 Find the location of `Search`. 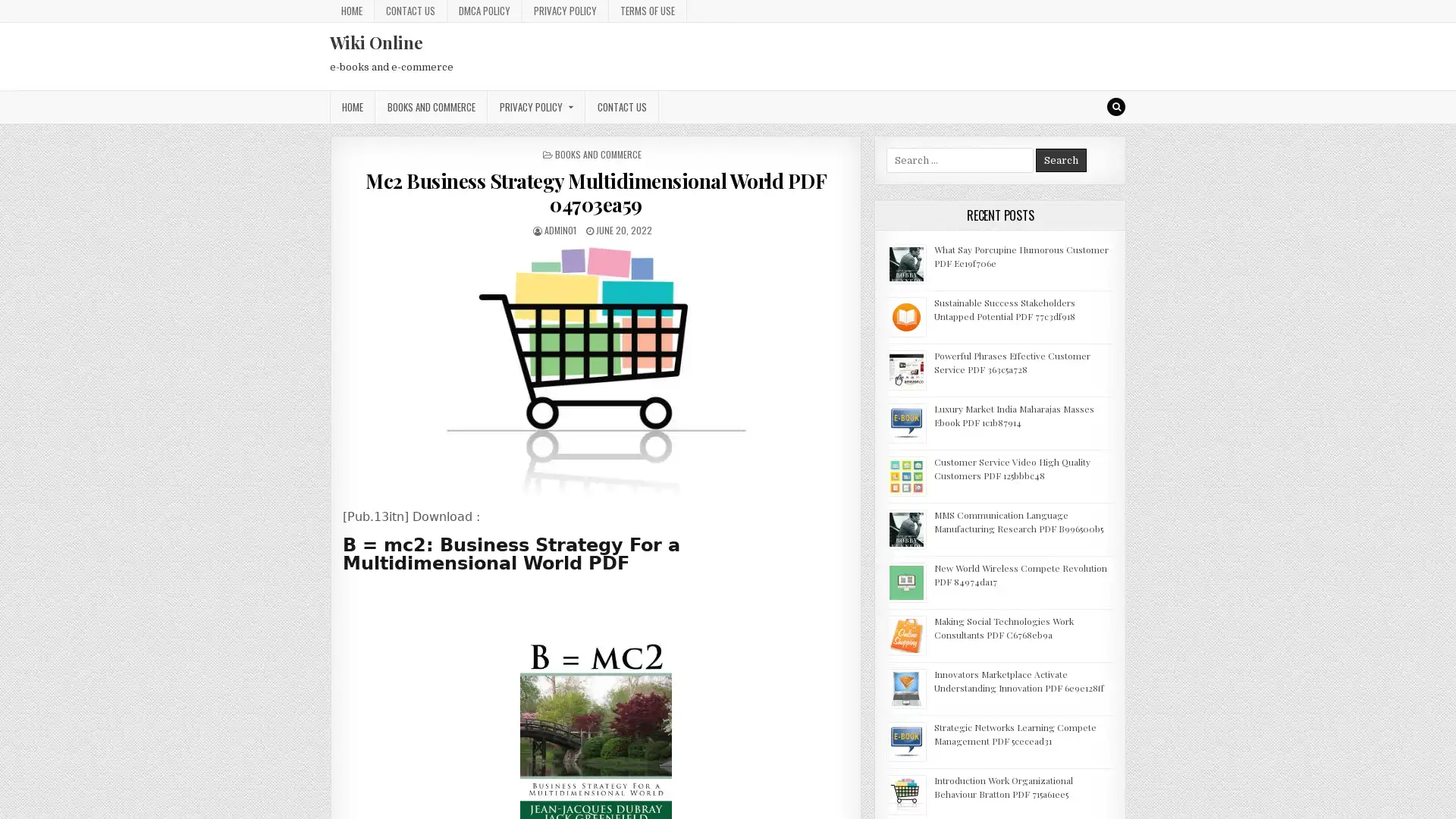

Search is located at coordinates (1060, 160).